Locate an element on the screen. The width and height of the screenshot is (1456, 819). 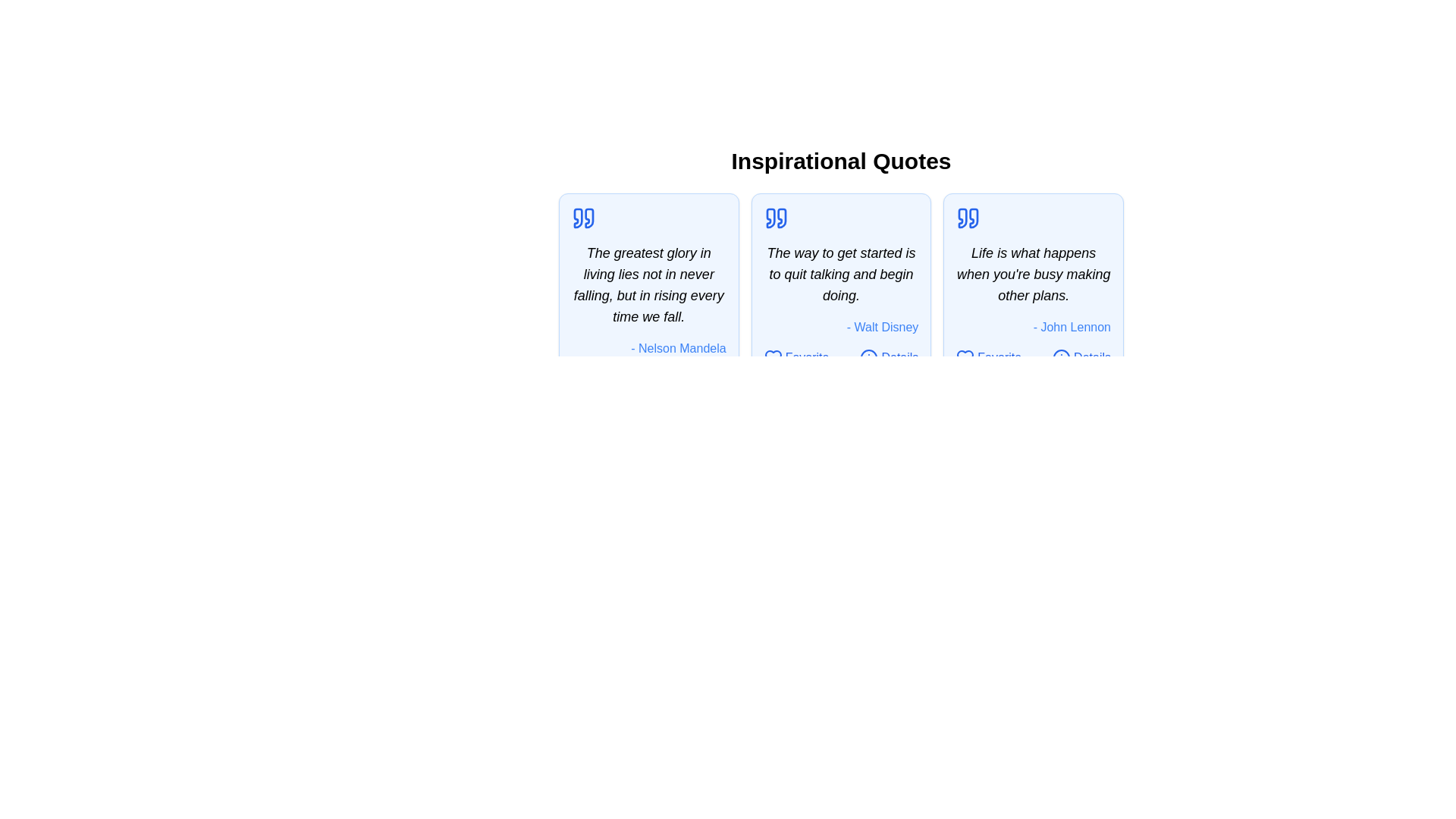
the blue quotation mark icon located in the top-left corner of the rightmost card displaying a quote is located at coordinates (962, 218).